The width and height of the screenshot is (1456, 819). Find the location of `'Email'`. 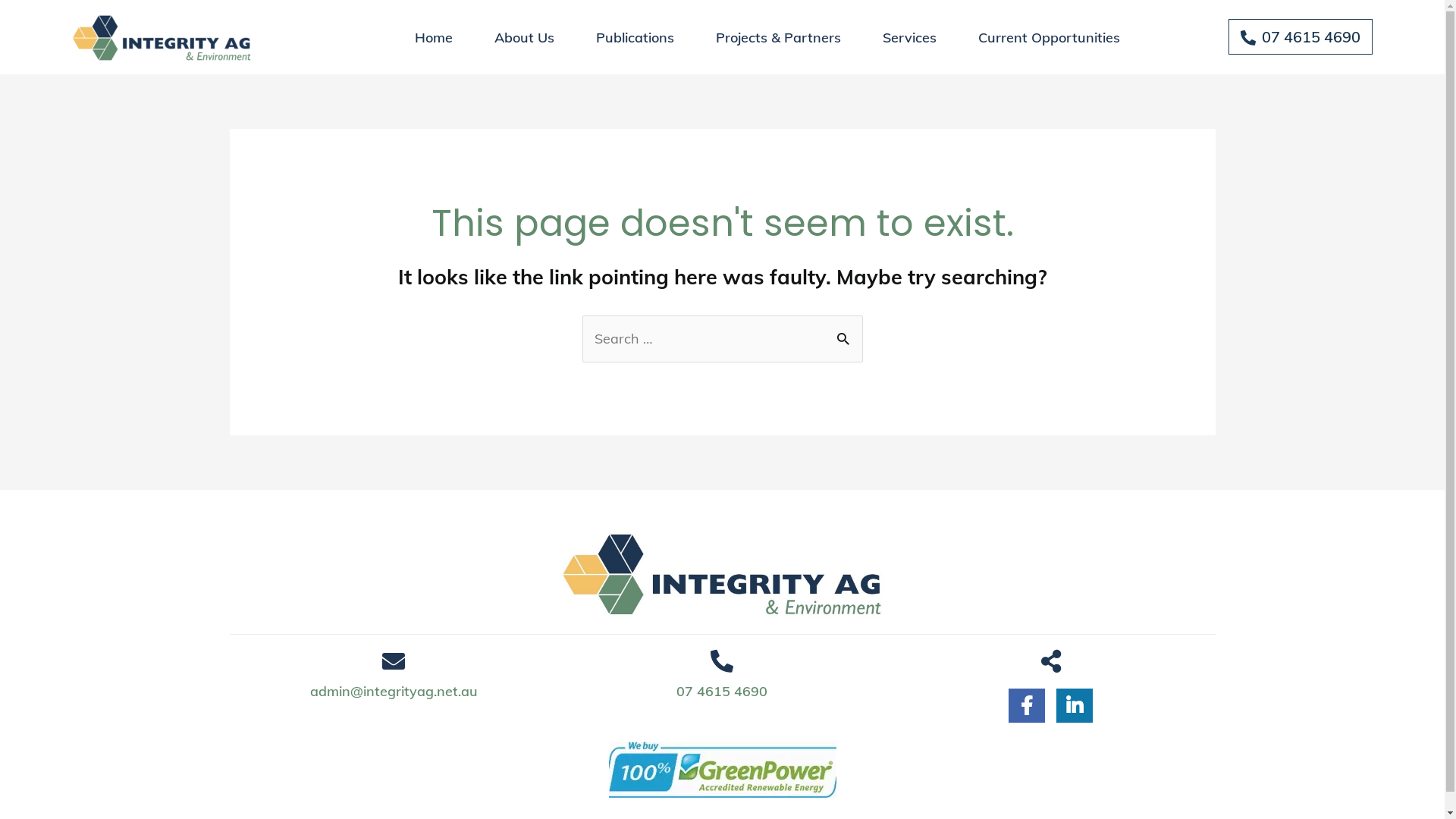

'Email' is located at coordinates (382, 660).